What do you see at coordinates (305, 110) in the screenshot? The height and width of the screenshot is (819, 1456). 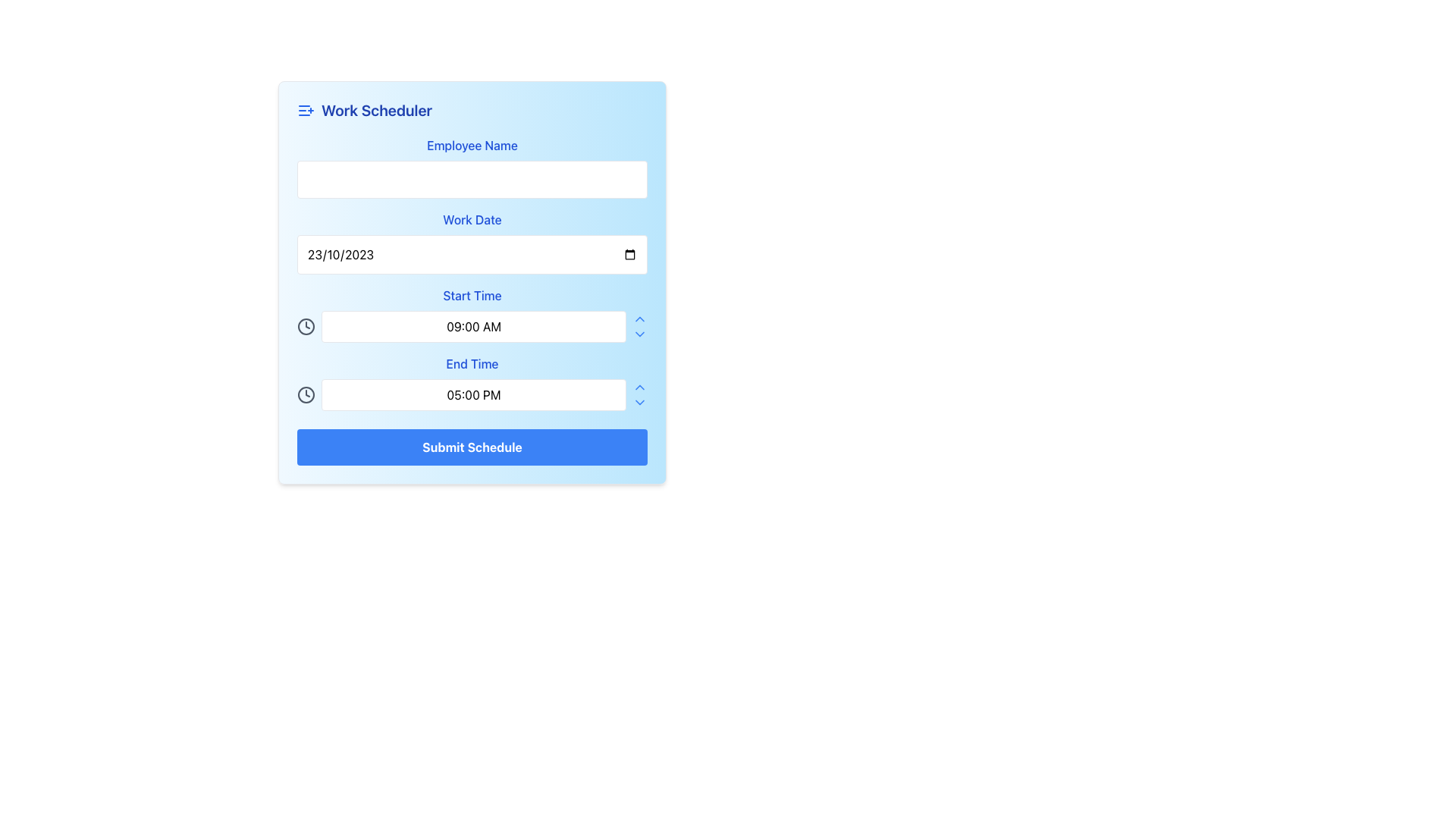 I see `the icon located at the leftmost side of the header section, next to the 'Work Scheduler' text` at bounding box center [305, 110].